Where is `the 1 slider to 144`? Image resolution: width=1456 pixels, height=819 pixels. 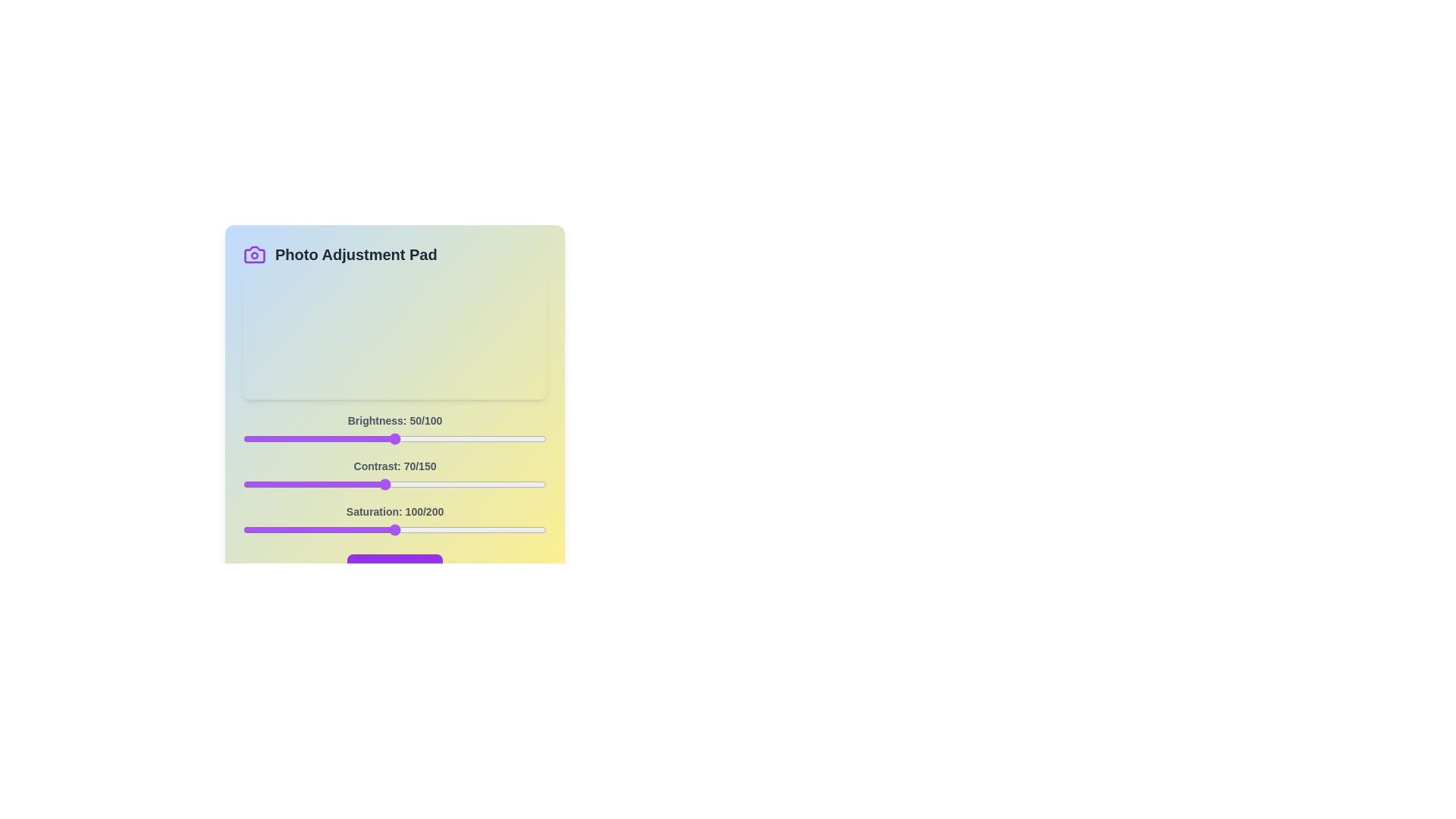 the 1 slider to 144 is located at coordinates (535, 485).